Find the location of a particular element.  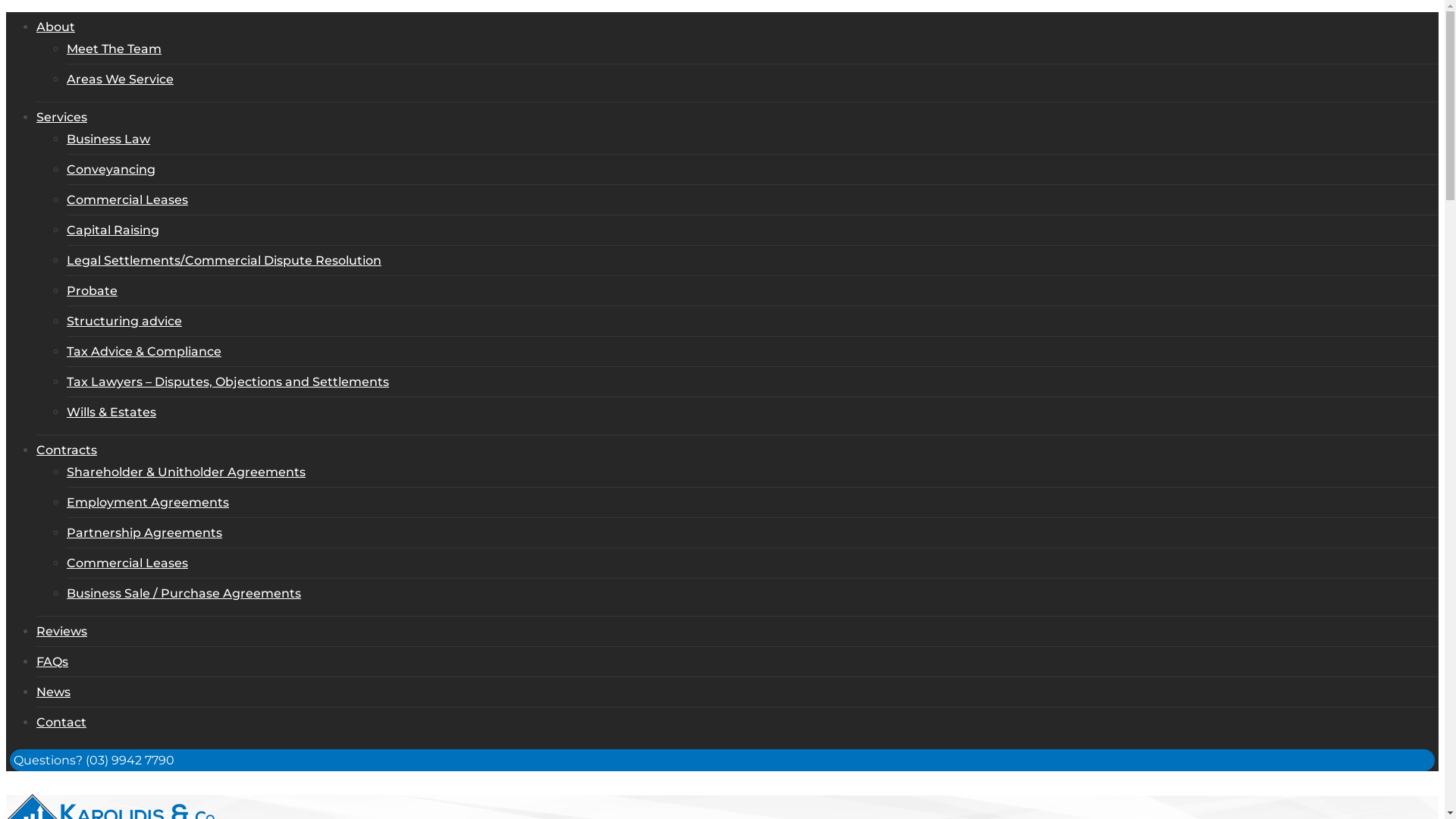

'Capital Raising' is located at coordinates (111, 230).